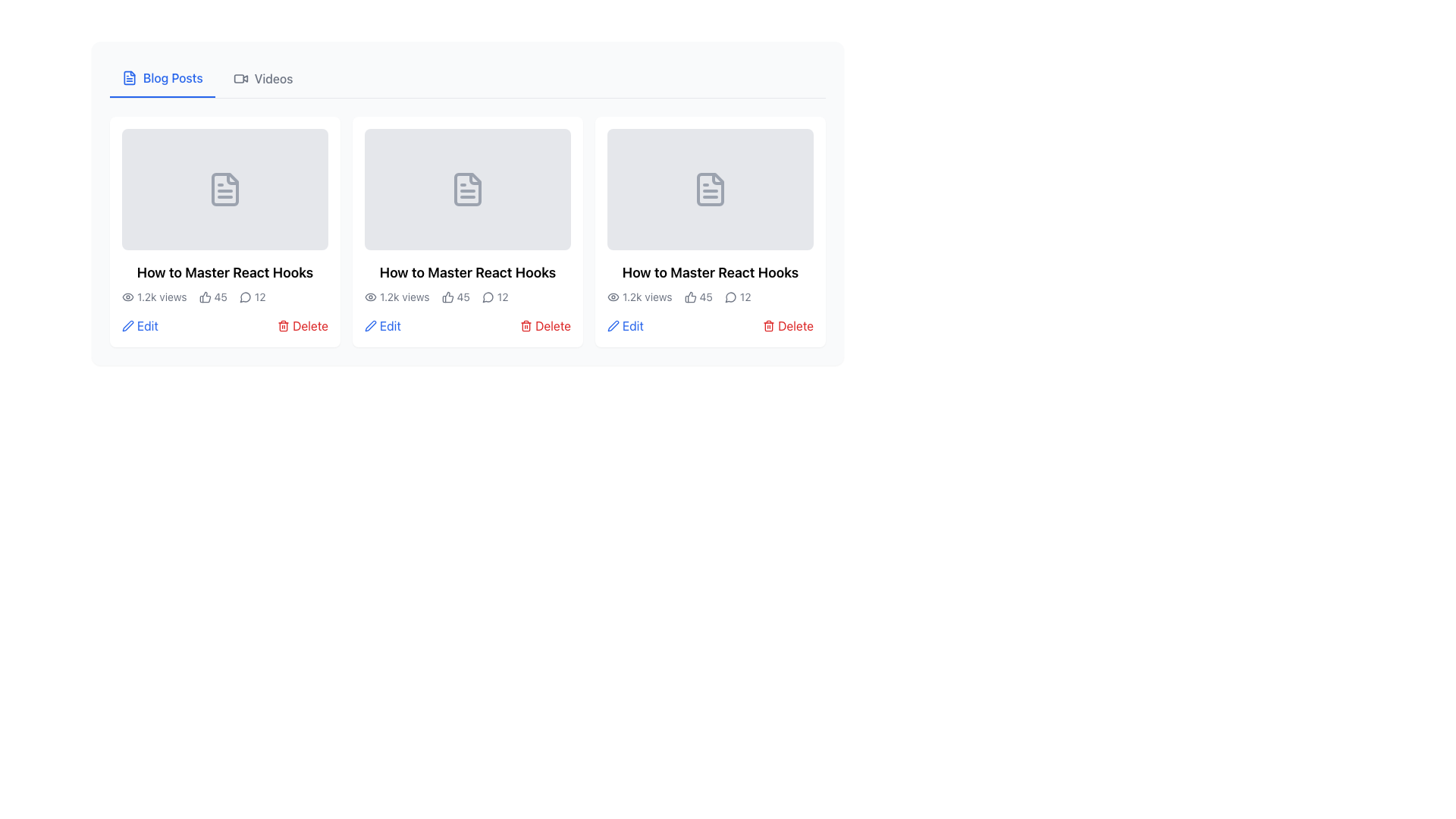  What do you see at coordinates (467, 189) in the screenshot?
I see `the gray document icon located in the upper half of the second blog post preview card, which features a dog-eared corner and is visually central within its card` at bounding box center [467, 189].